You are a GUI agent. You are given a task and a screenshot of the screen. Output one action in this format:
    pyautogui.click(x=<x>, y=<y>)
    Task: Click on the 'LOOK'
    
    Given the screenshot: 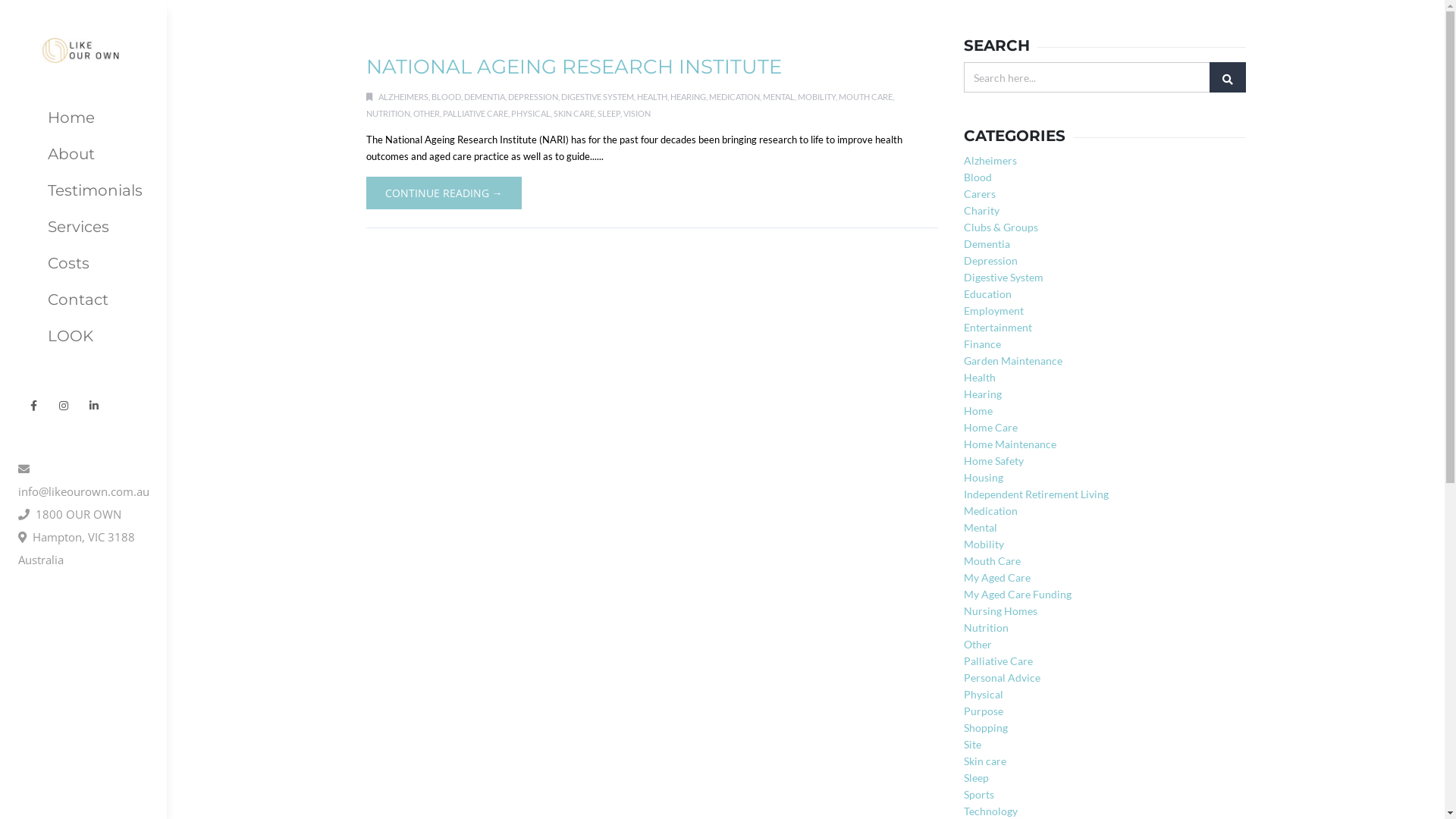 What is the action you would take?
    pyautogui.click(x=83, y=335)
    